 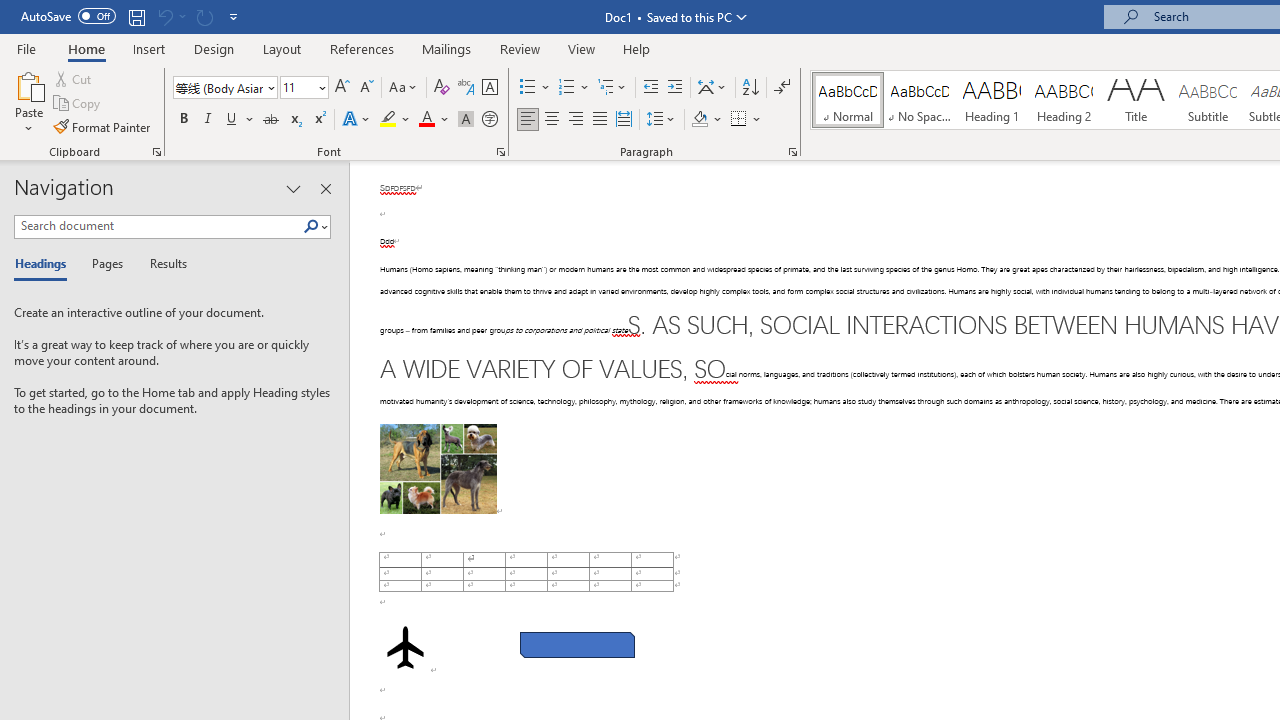 I want to click on 'Can', so click(x=170, y=16).